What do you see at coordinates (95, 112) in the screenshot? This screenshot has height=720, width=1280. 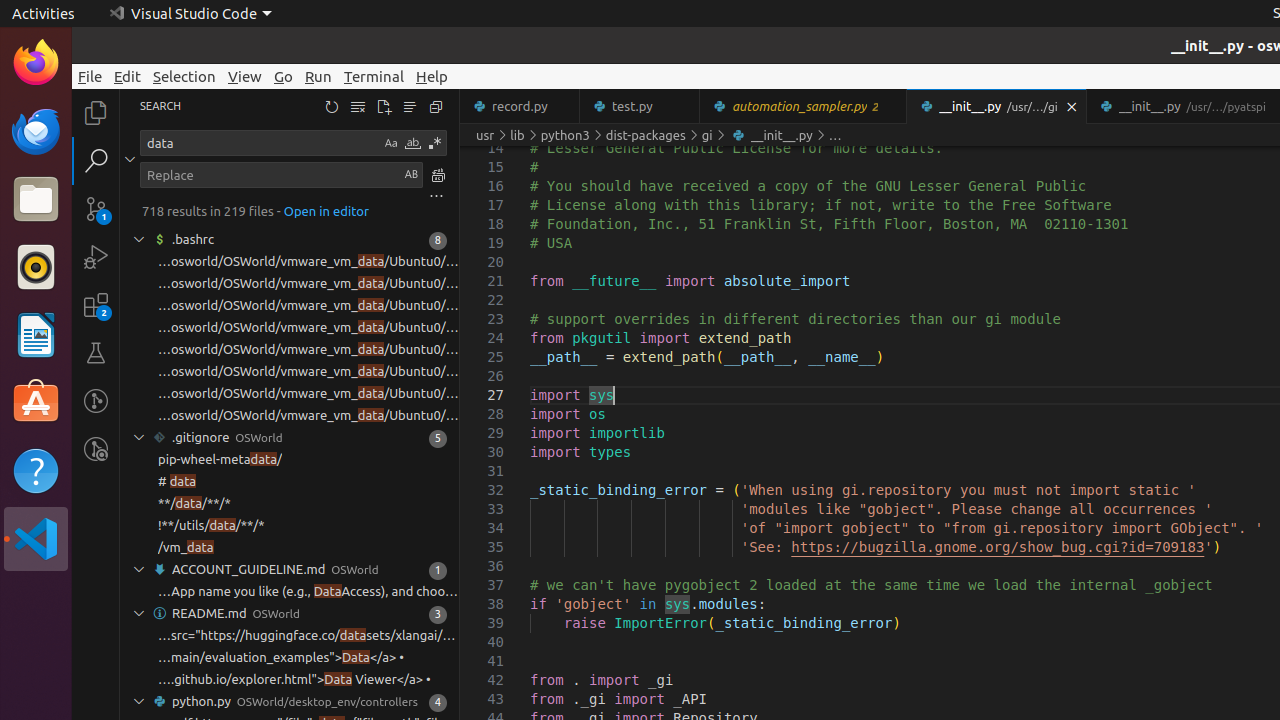 I see `'Explorer (Ctrl+Shift+E)'` at bounding box center [95, 112].